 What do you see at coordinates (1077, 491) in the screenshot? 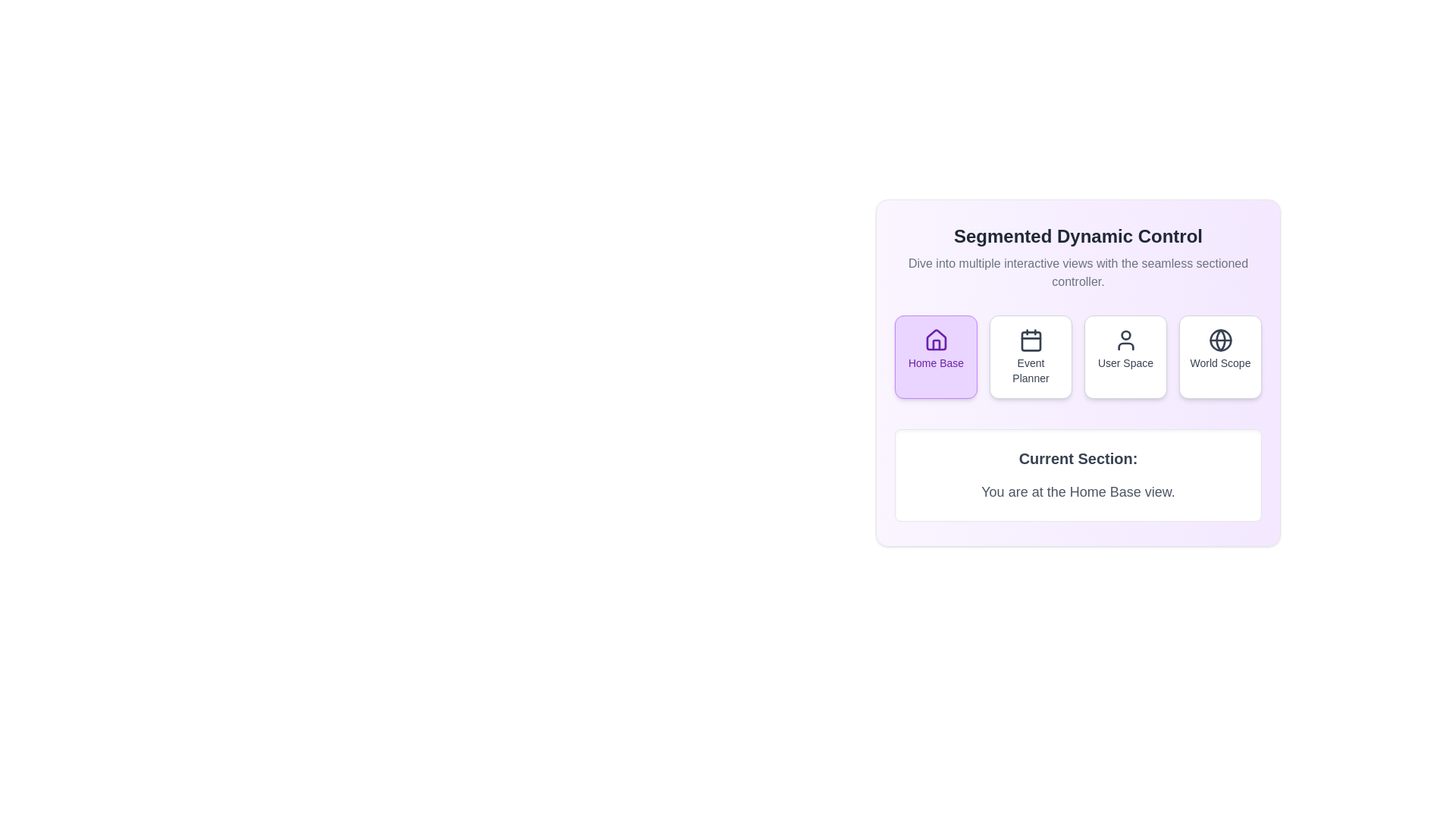
I see `the text display that reads 'You are at the Home Base view.' which is styled with a gray font and located below the heading 'Current Section:'` at bounding box center [1077, 491].